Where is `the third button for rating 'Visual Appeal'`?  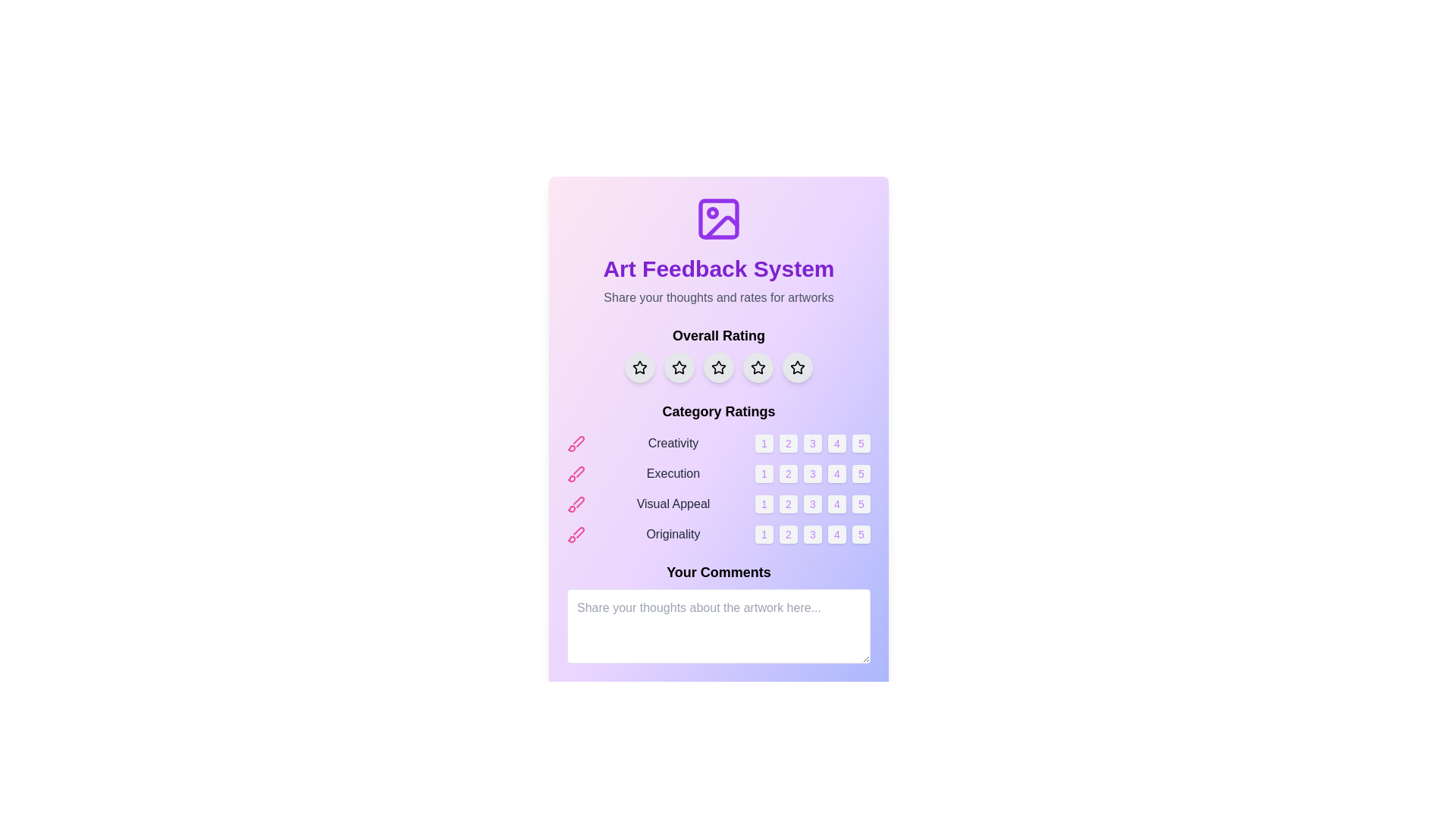 the third button for rating 'Visual Appeal' is located at coordinates (811, 504).